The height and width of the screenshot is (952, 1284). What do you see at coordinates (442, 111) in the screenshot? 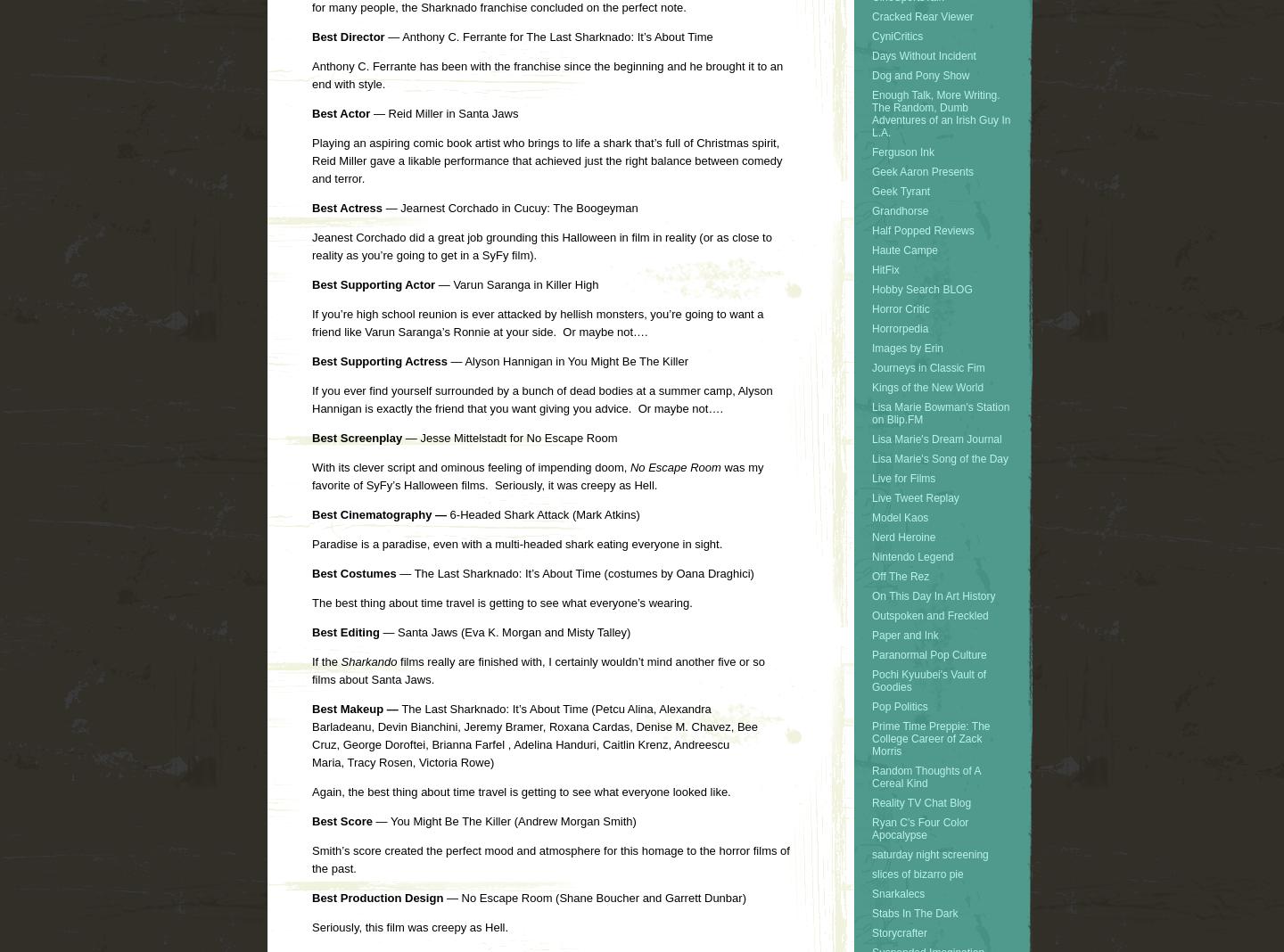
I see `'— Reid Miller in Santa Jaws'` at bounding box center [442, 111].